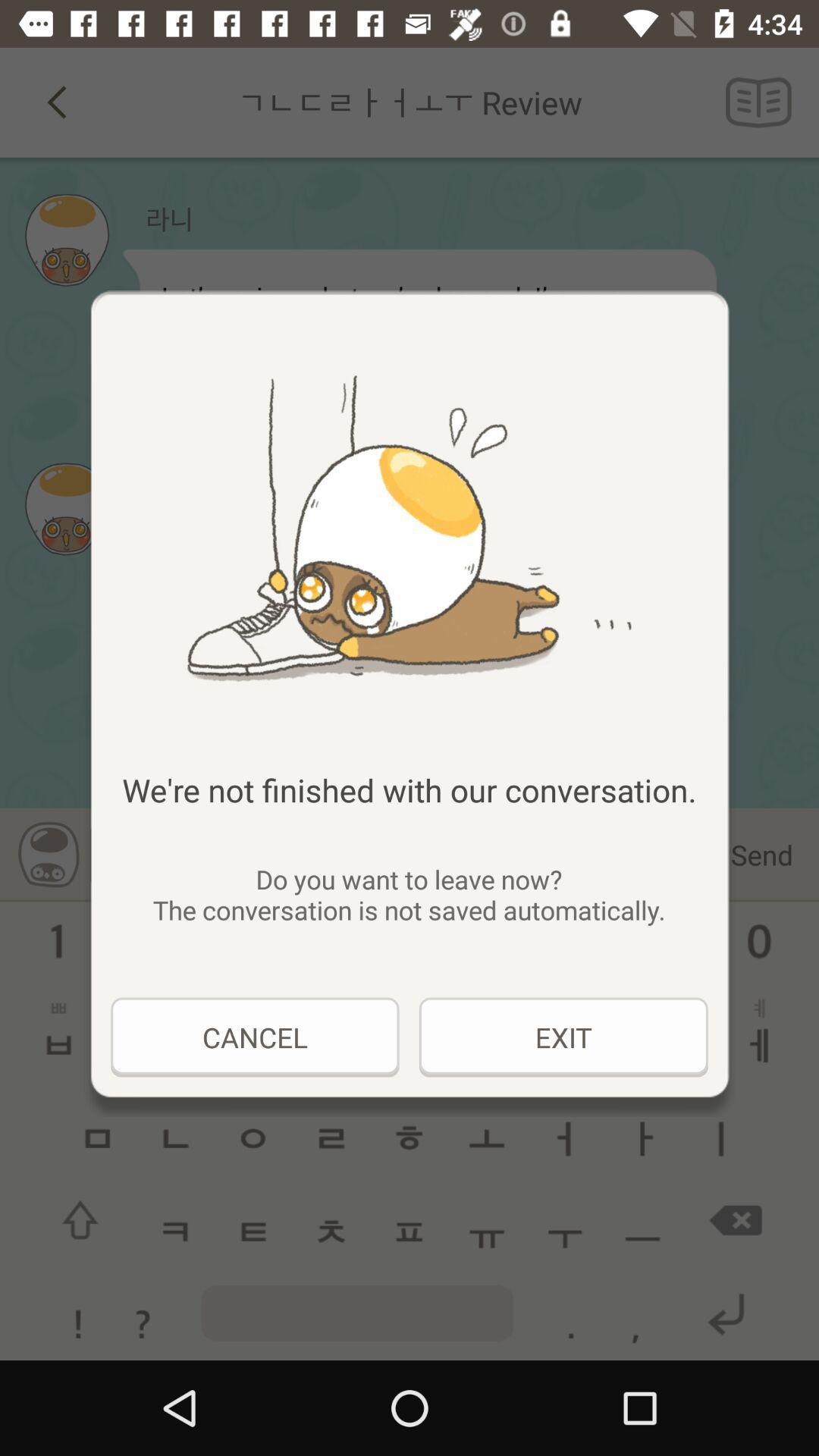 This screenshot has height=1456, width=819. I want to click on icon below the do you want item, so click(563, 1037).